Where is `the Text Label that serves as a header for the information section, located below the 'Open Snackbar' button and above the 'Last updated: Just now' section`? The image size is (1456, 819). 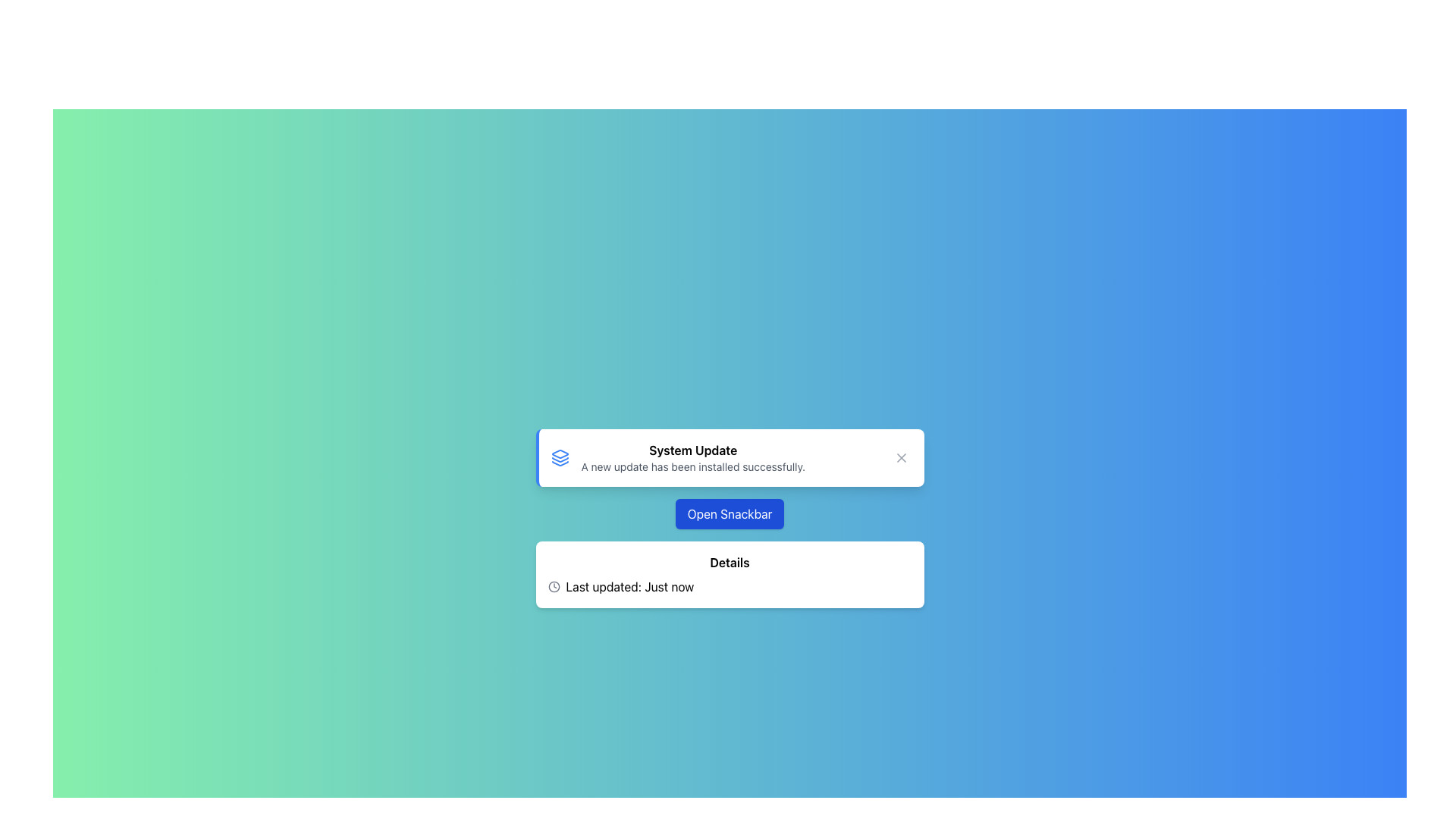 the Text Label that serves as a header for the information section, located below the 'Open Snackbar' button and above the 'Last updated: Just now' section is located at coordinates (730, 562).